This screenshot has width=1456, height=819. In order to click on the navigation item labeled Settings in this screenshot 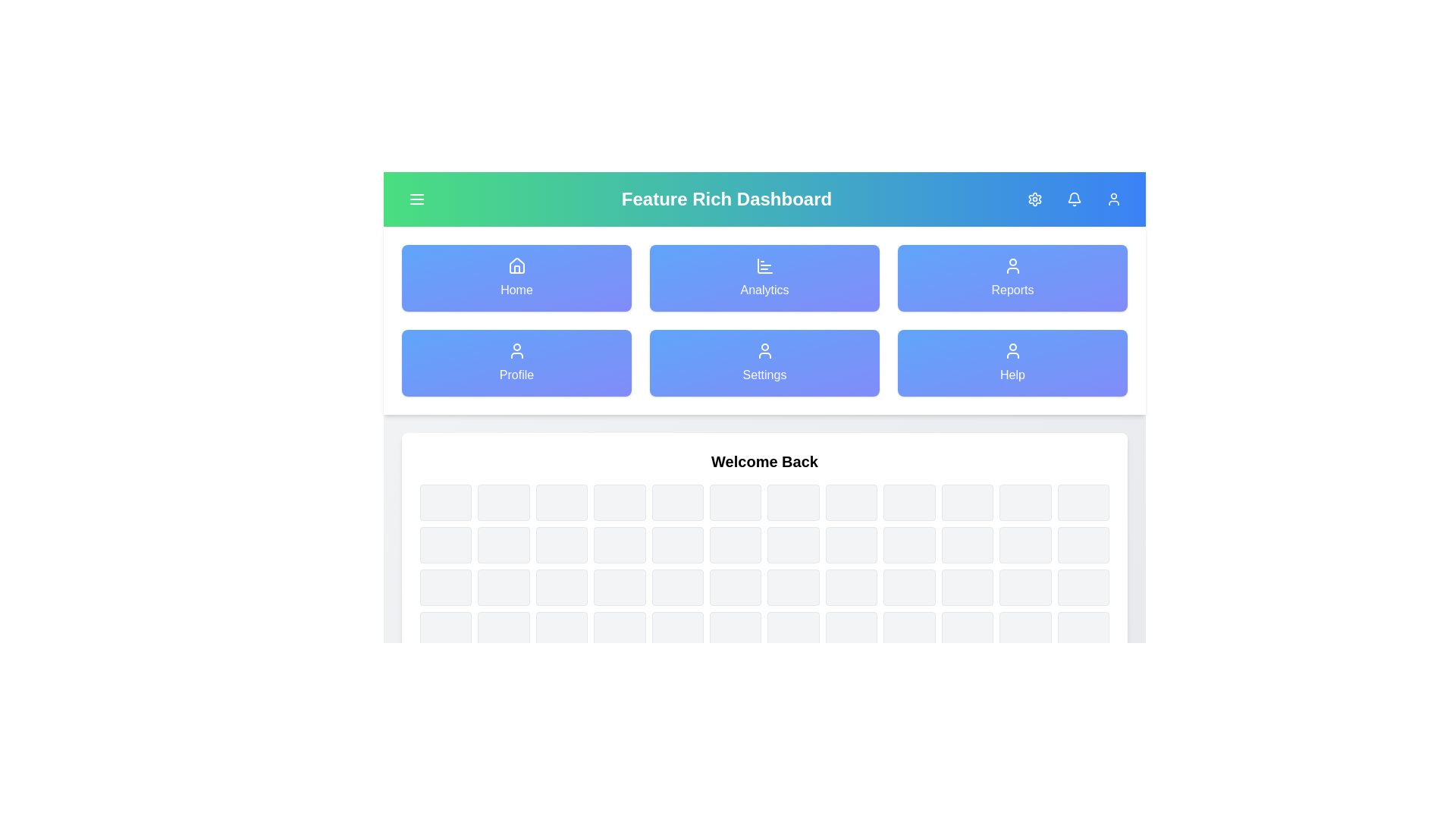, I will do `click(764, 362)`.